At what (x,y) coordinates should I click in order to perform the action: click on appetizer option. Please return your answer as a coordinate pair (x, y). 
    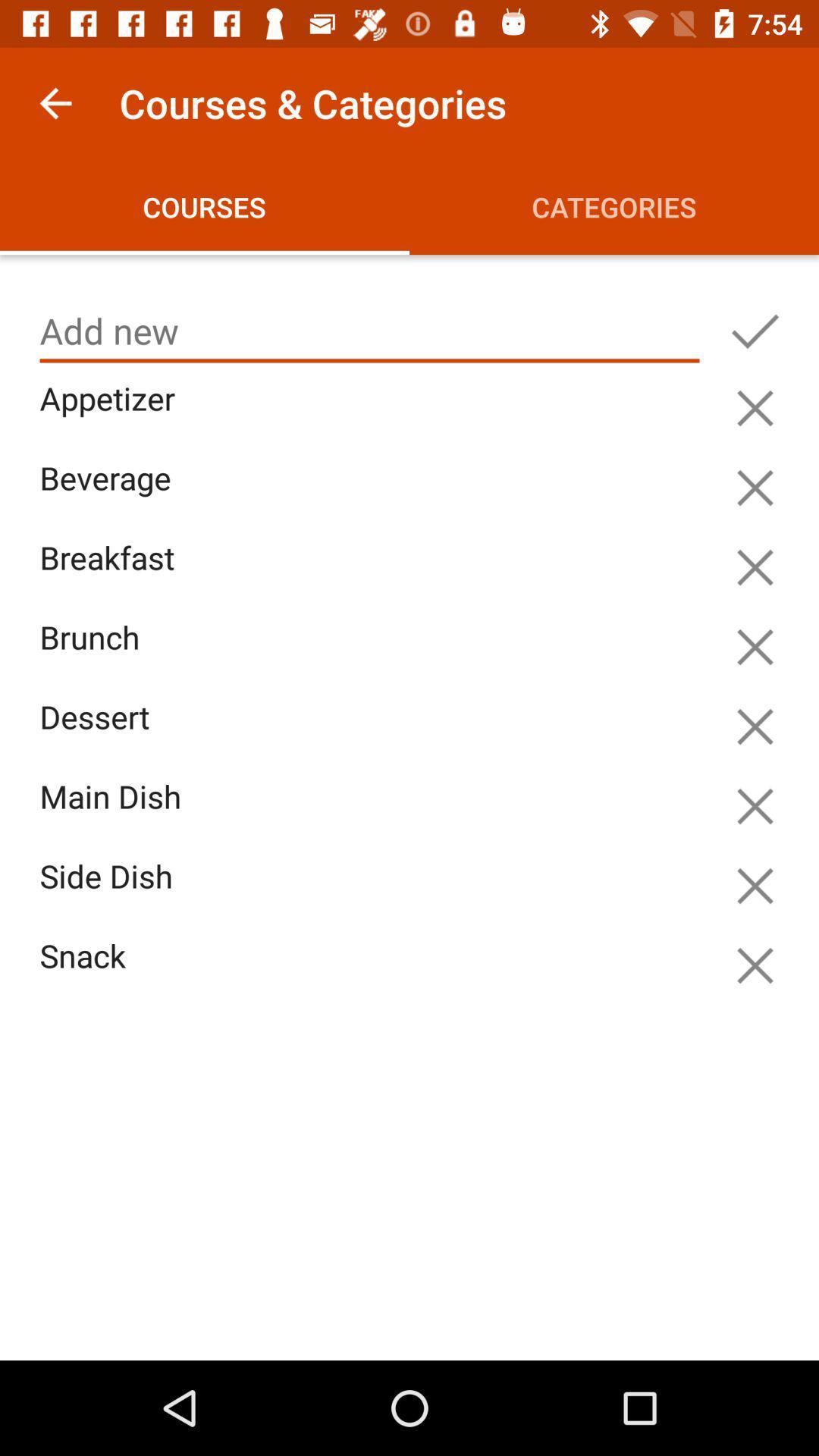
    Looking at the image, I should click on (755, 408).